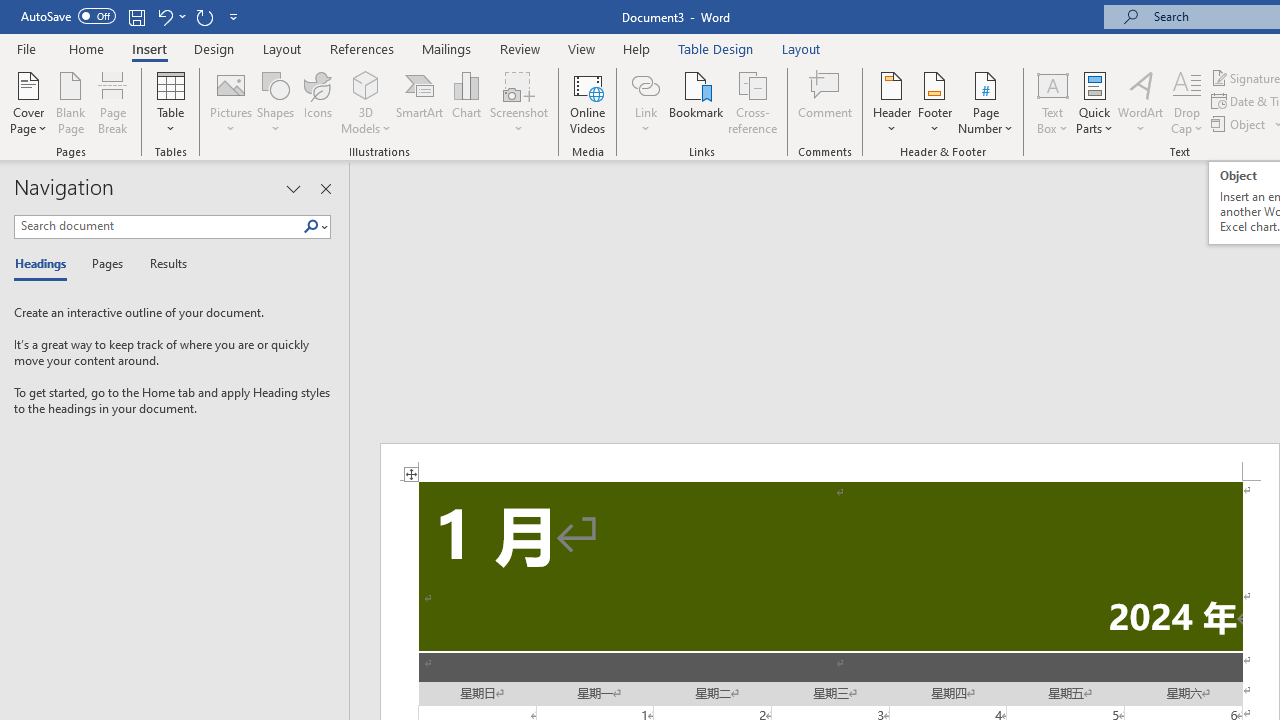 The image size is (1280, 720). Describe the element at coordinates (45, 264) in the screenshot. I see `'Headings'` at that location.